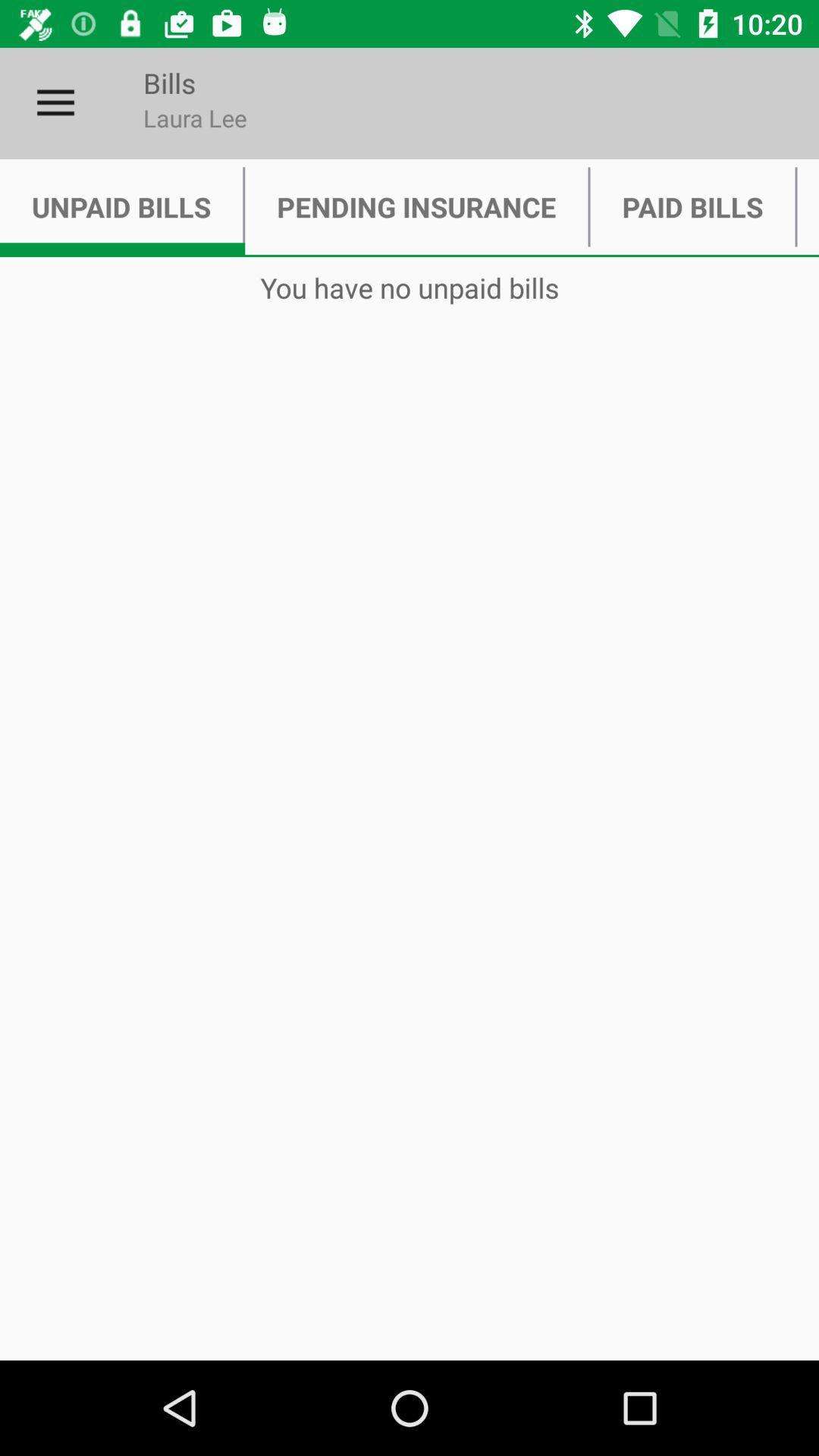 This screenshot has width=819, height=1456. What do you see at coordinates (55, 102) in the screenshot?
I see `icon above unpaid bills` at bounding box center [55, 102].